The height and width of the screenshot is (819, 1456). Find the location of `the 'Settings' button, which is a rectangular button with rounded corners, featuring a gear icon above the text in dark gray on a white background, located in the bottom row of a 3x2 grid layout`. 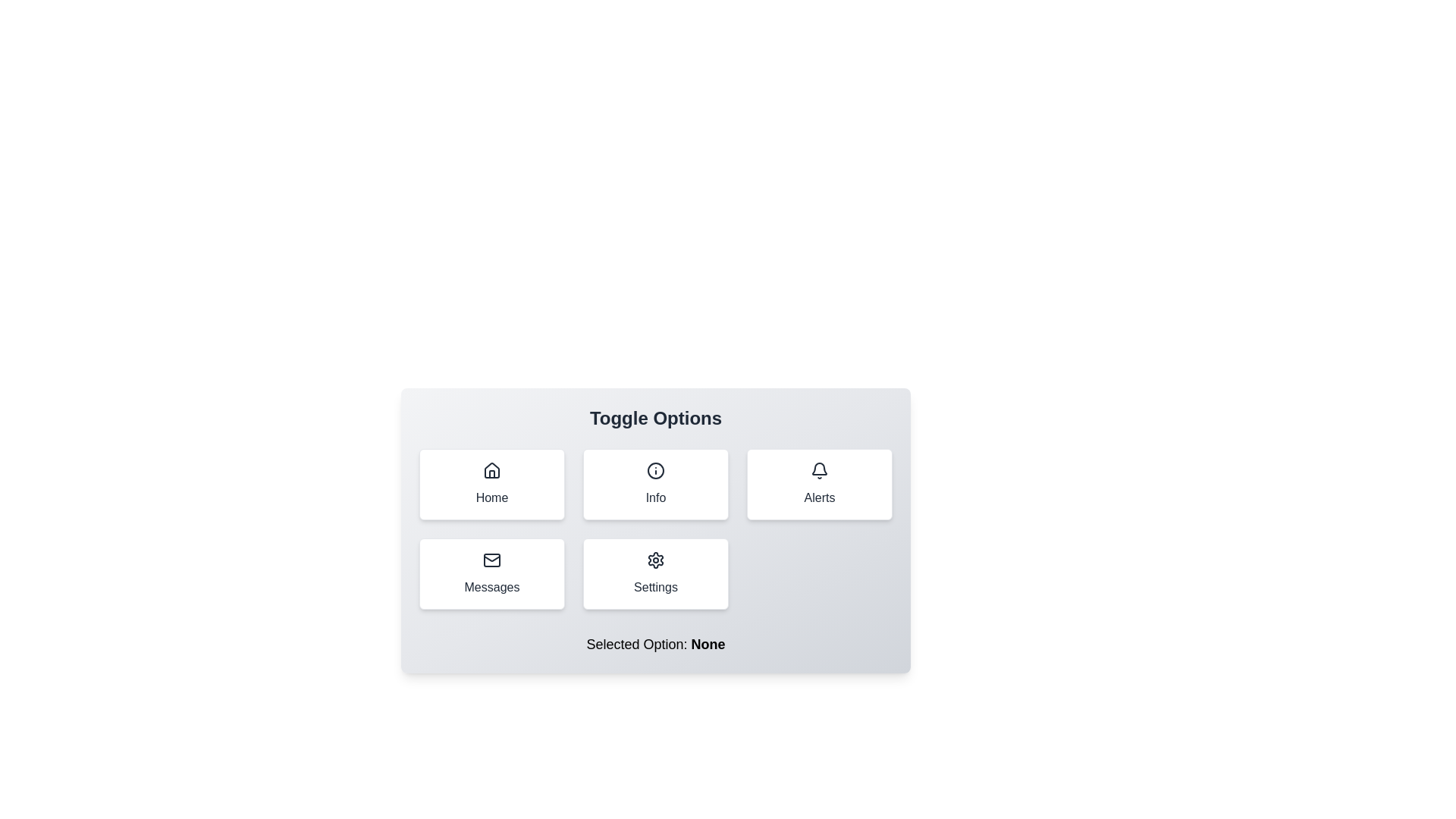

the 'Settings' button, which is a rectangular button with rounded corners, featuring a gear icon above the text in dark gray on a white background, located in the bottom row of a 3x2 grid layout is located at coordinates (655, 573).